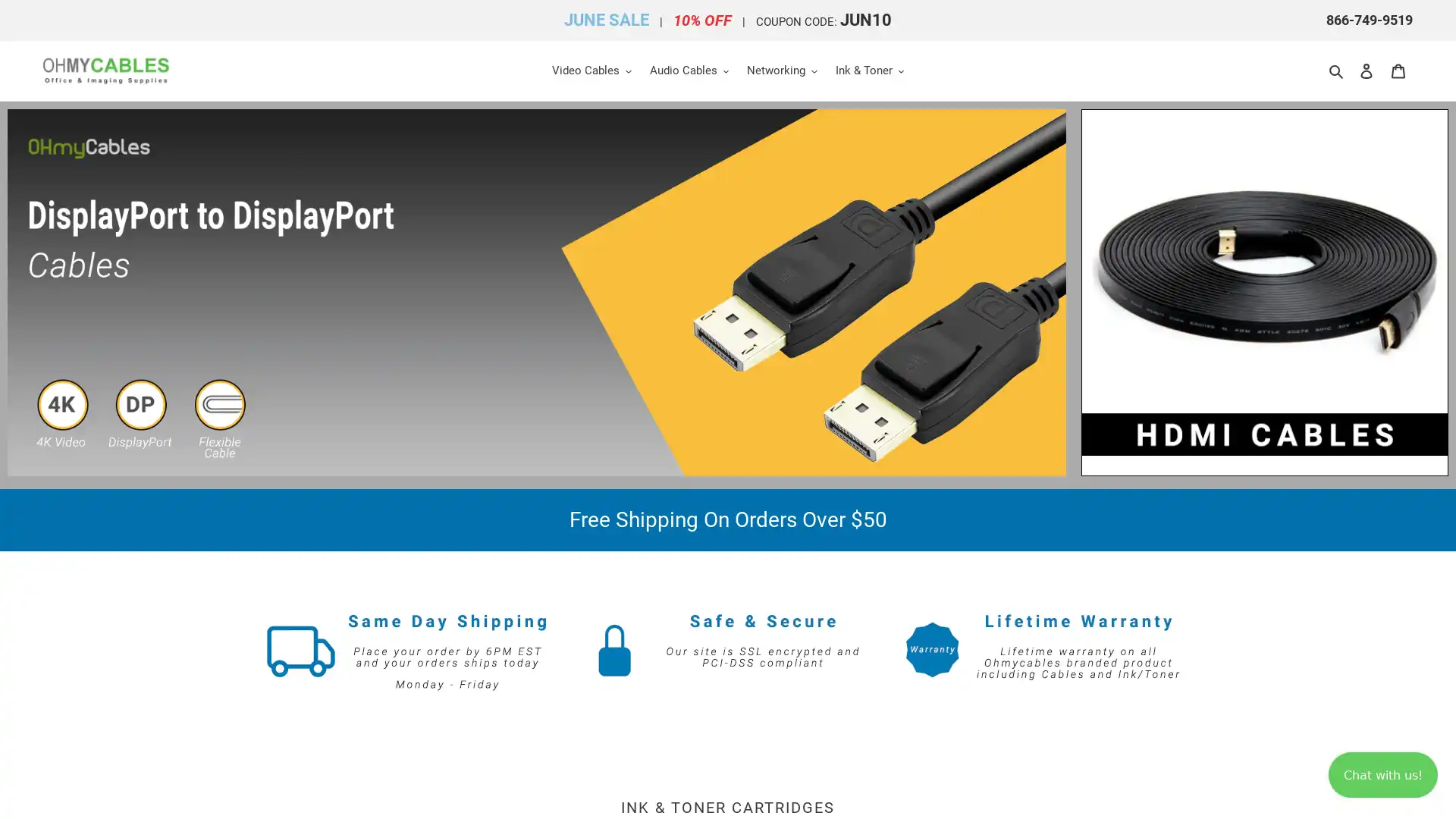  I want to click on Video Cables, so click(590, 70).